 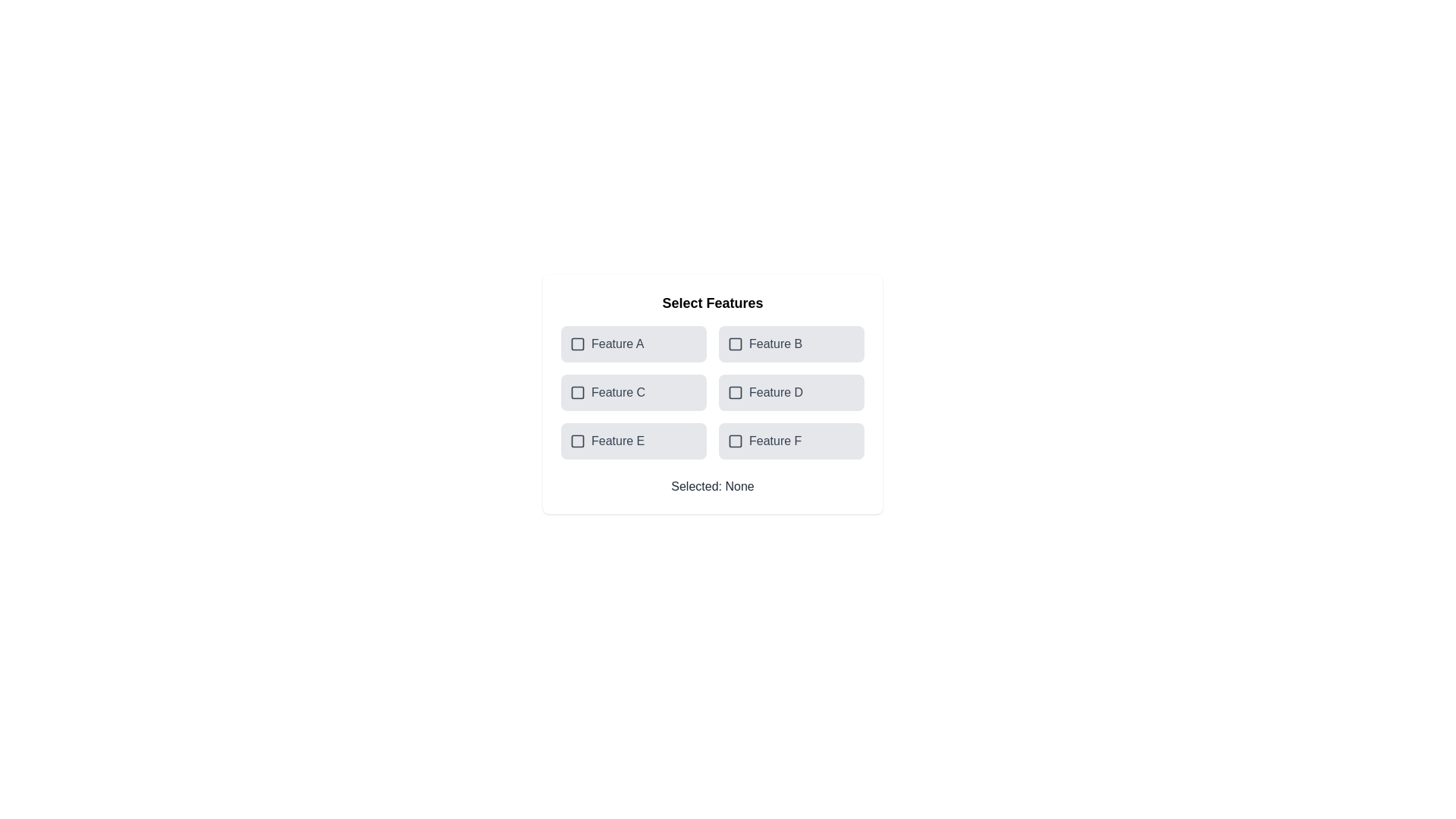 I want to click on text label located in the fourth selectable feature option, which is positioned in the second column of the second row of the grid, so click(x=776, y=391).